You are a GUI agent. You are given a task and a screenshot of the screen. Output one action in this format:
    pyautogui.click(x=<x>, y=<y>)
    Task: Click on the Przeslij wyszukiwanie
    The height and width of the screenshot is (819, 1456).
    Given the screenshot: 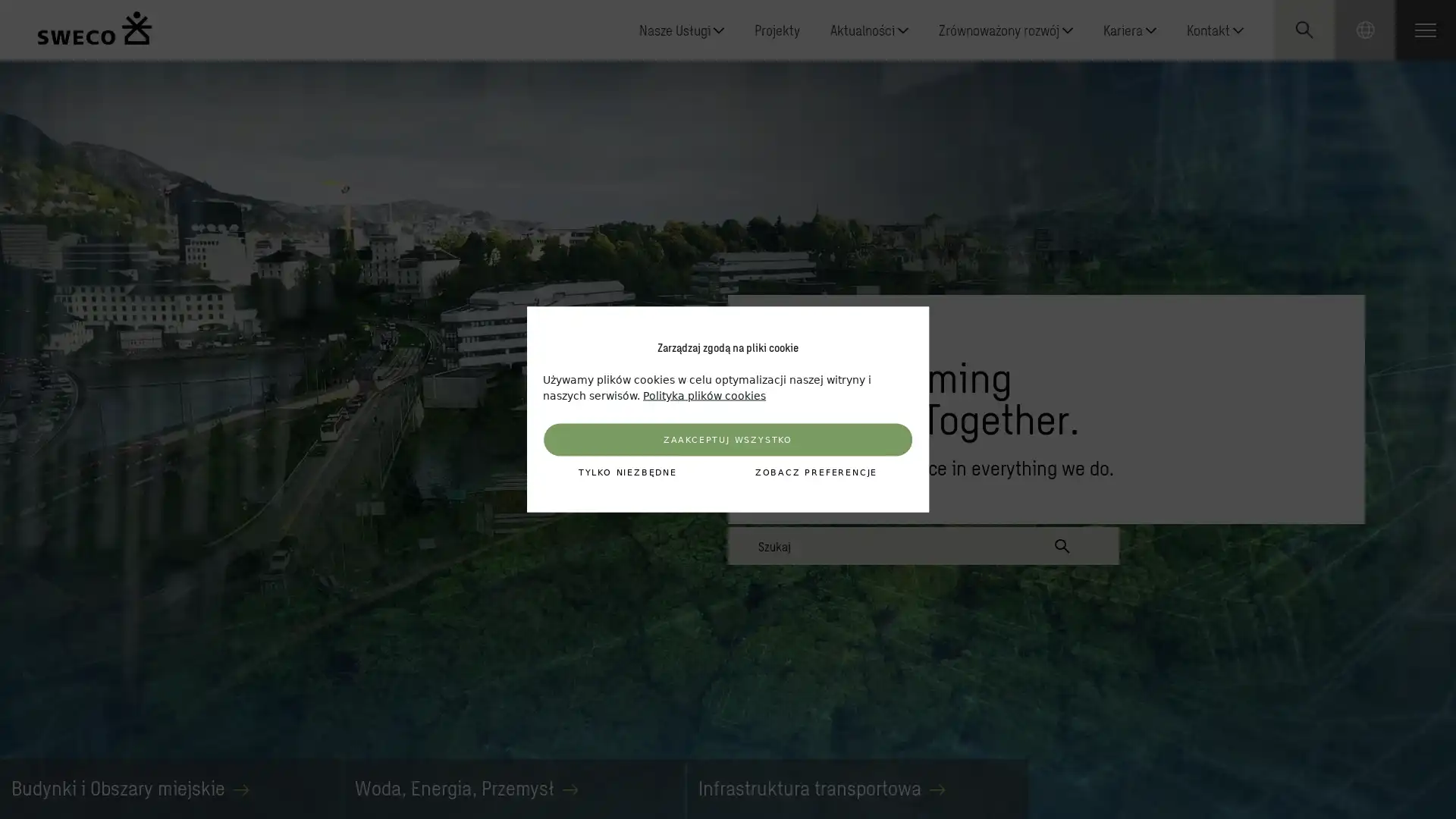 What is the action you would take?
    pyautogui.click(x=1332, y=167)
    